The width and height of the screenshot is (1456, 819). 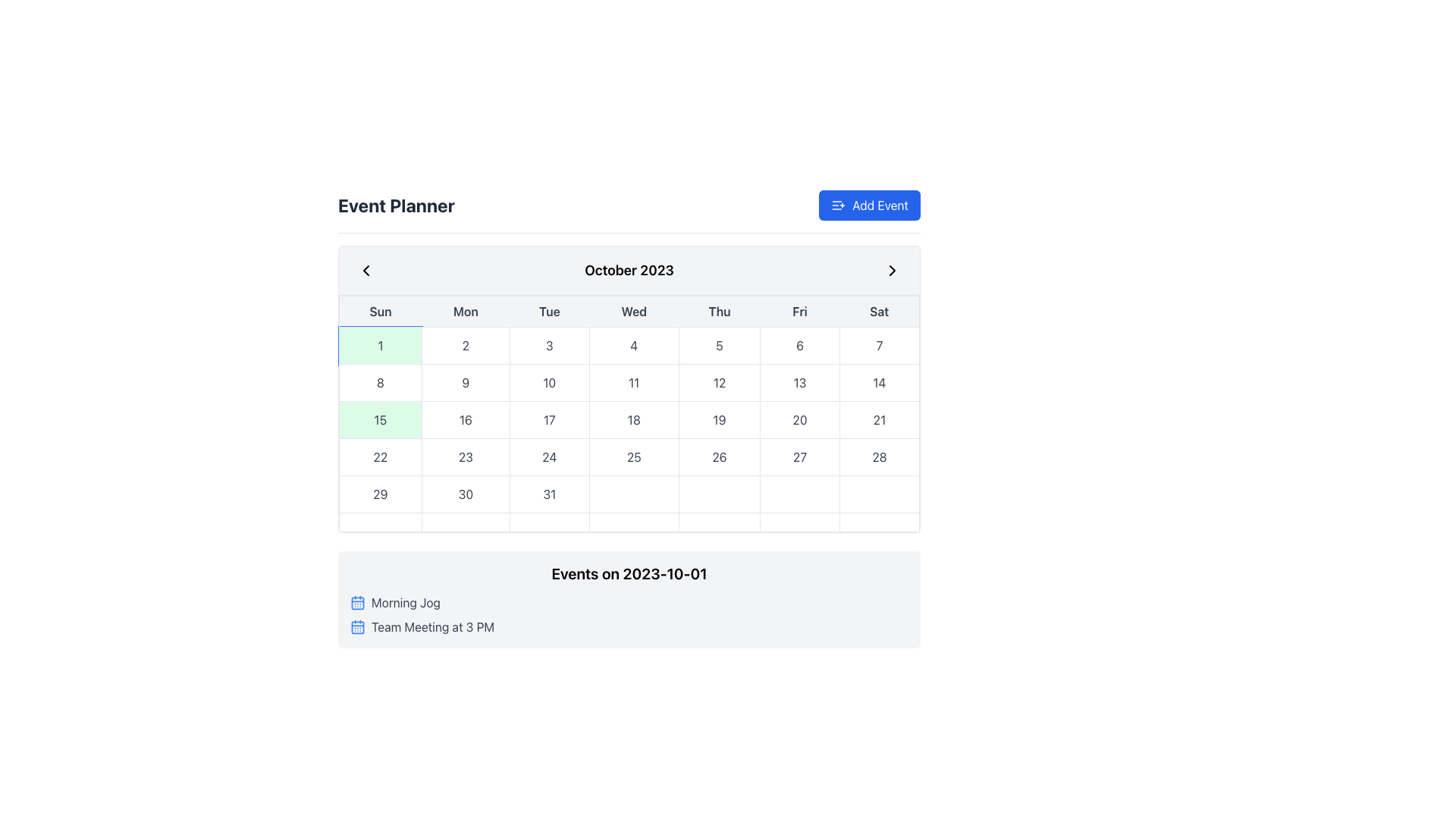 I want to click on the calendar date cell displaying the number '14', so click(x=879, y=382).